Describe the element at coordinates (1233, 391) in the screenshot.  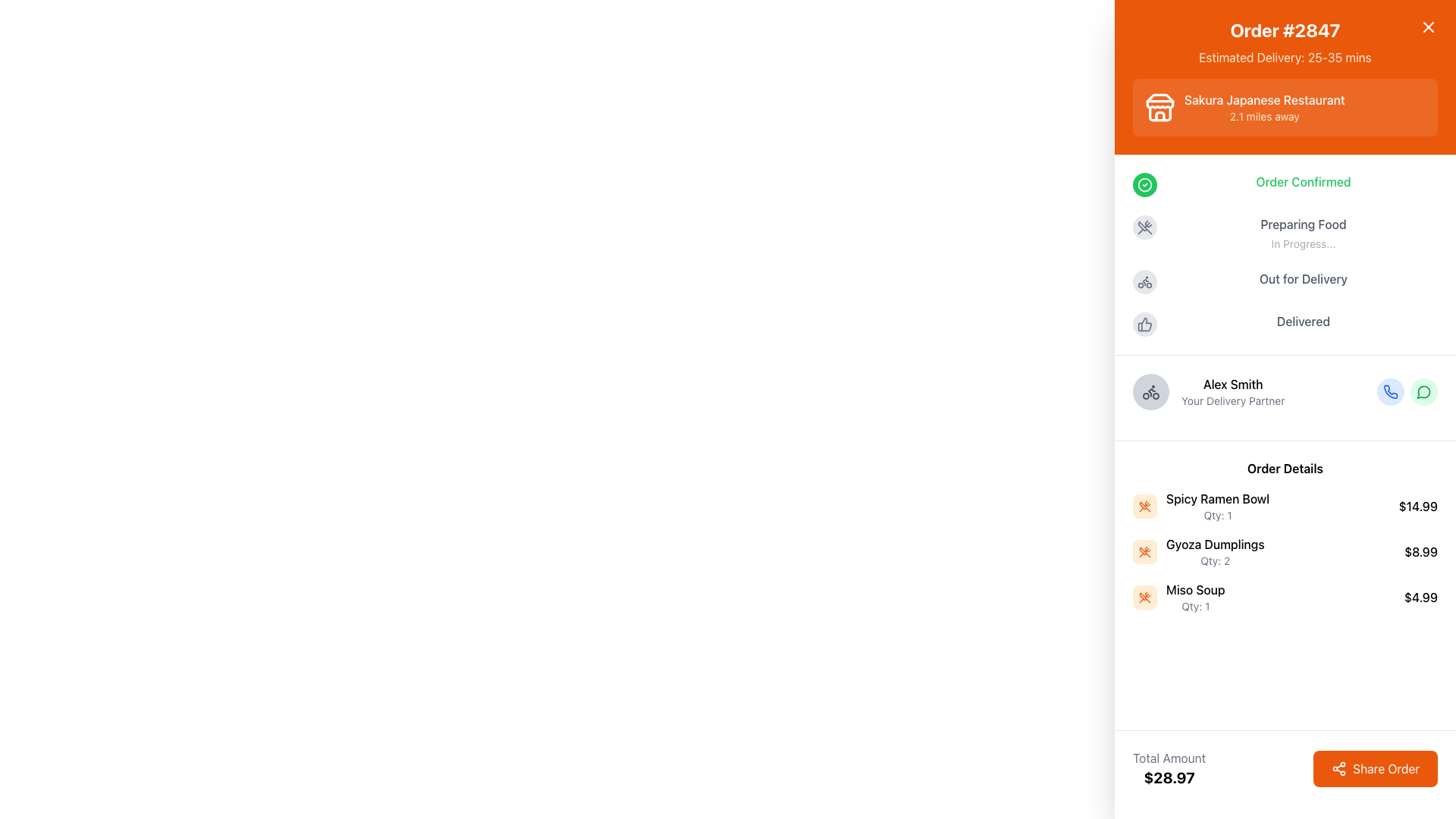
I see `the informational text block providing details about the delivery partner, located in the right-side panel under the 'Order Confirmed' section beside the delivery bike icon` at that location.